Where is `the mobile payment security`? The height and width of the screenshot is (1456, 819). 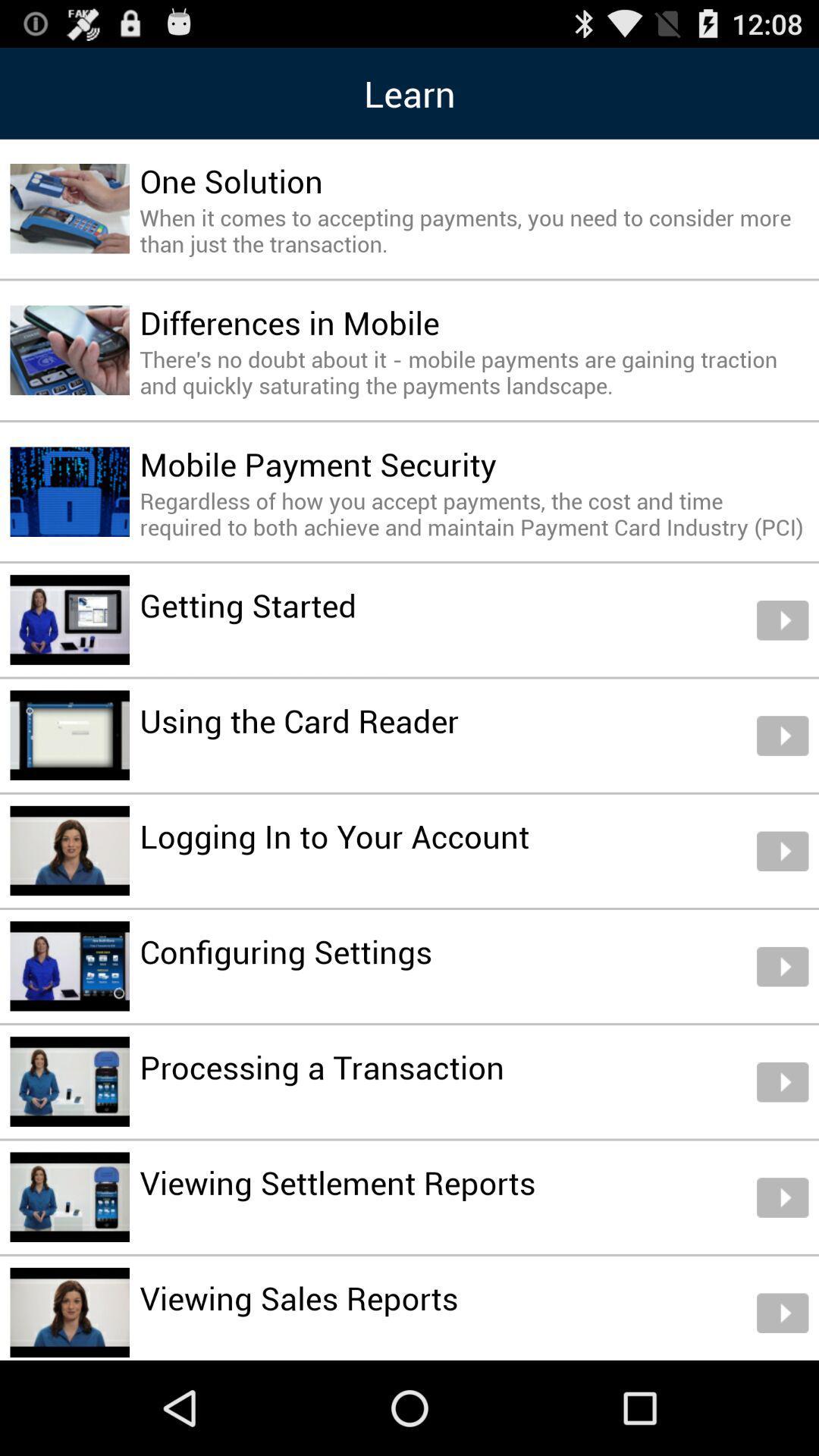 the mobile payment security is located at coordinates (317, 463).